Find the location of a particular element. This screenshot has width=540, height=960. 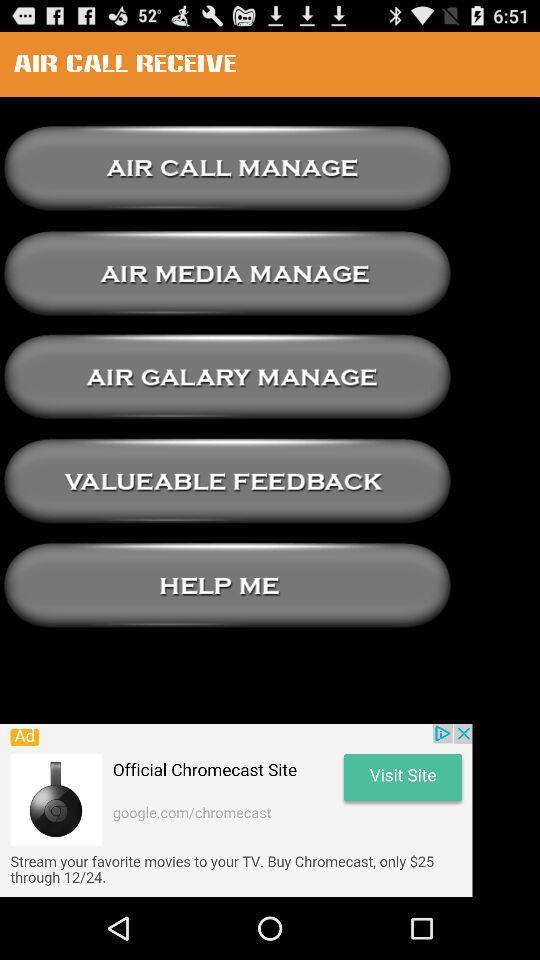

open link is located at coordinates (226, 272).